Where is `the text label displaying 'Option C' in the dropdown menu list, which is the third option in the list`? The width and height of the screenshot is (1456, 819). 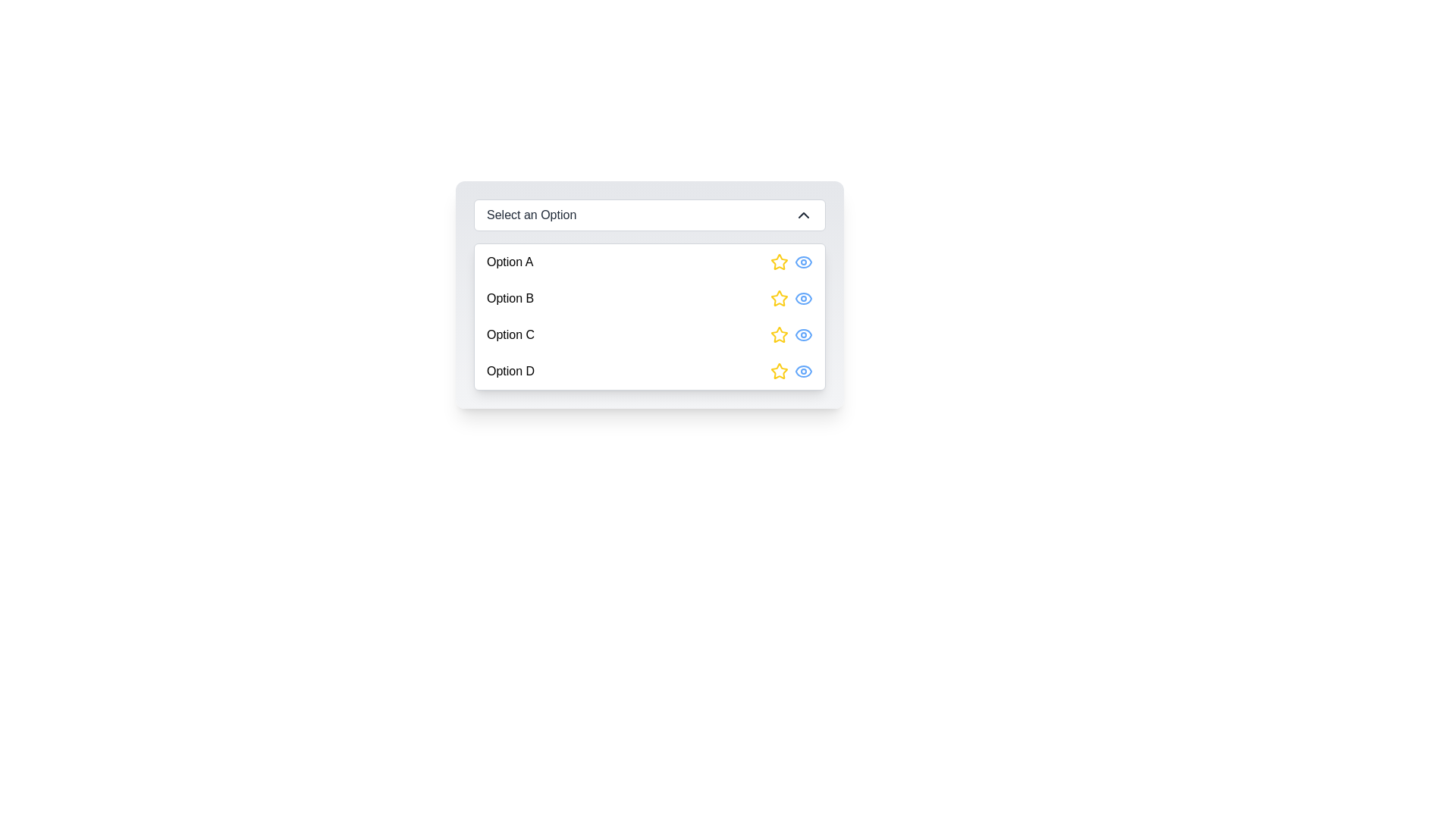
the text label displaying 'Option C' in the dropdown menu list, which is the third option in the list is located at coordinates (510, 334).